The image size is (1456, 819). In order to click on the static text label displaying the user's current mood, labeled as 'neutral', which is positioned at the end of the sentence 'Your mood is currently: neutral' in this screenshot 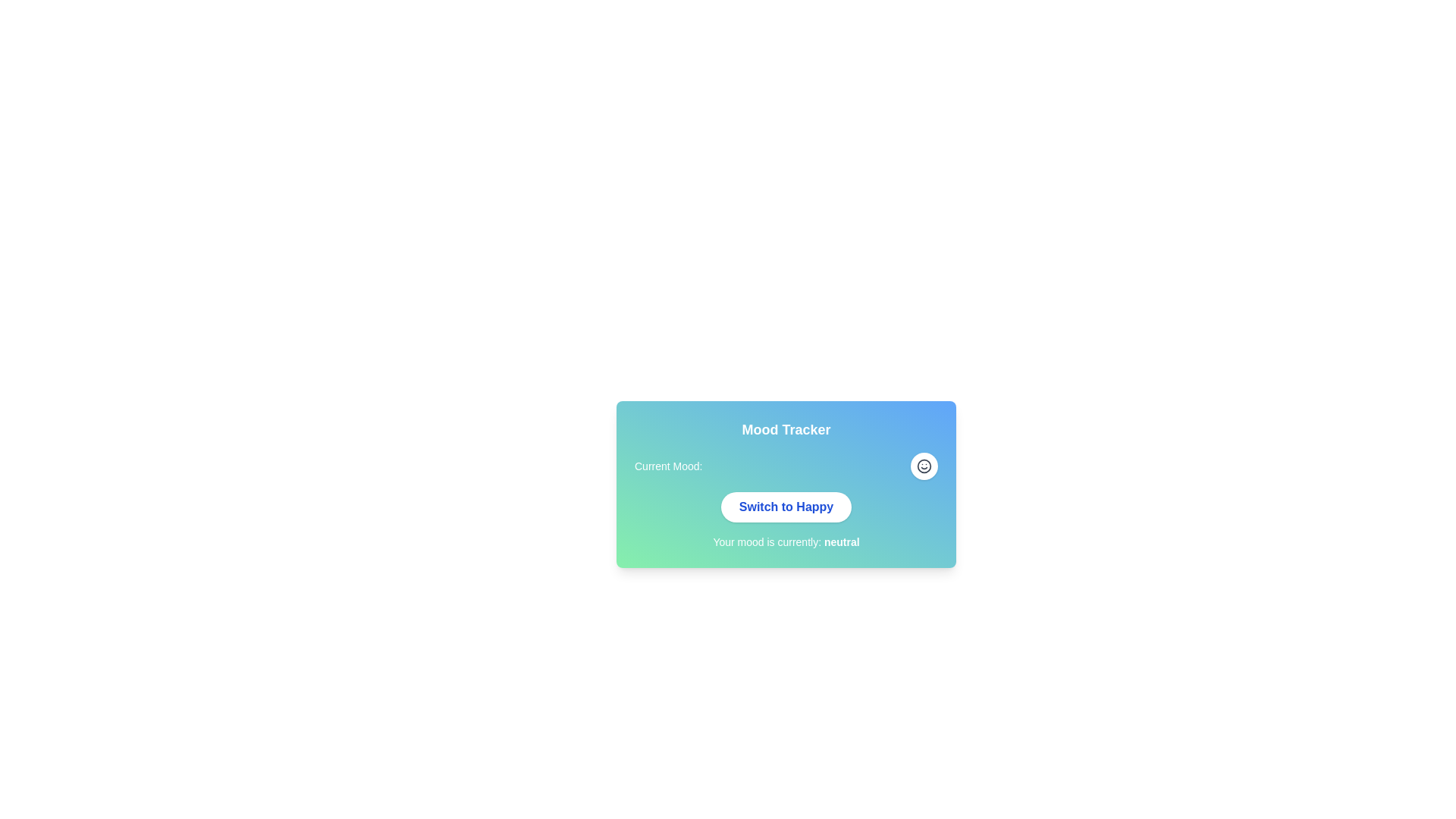, I will do `click(841, 541)`.